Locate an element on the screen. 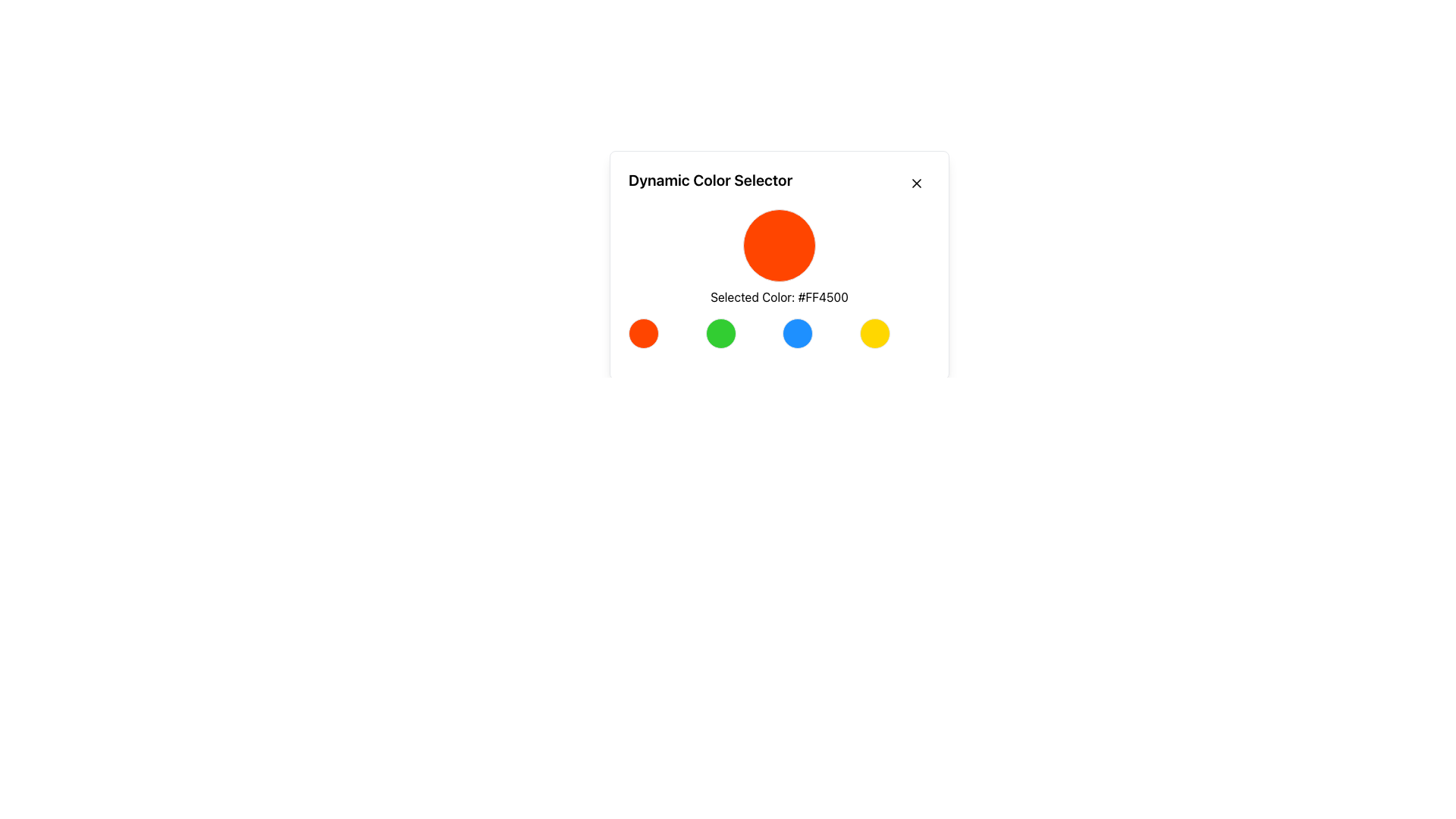  the close button located at the top-right corner of the 'Dynamic Color Selector' modal is located at coordinates (916, 183).